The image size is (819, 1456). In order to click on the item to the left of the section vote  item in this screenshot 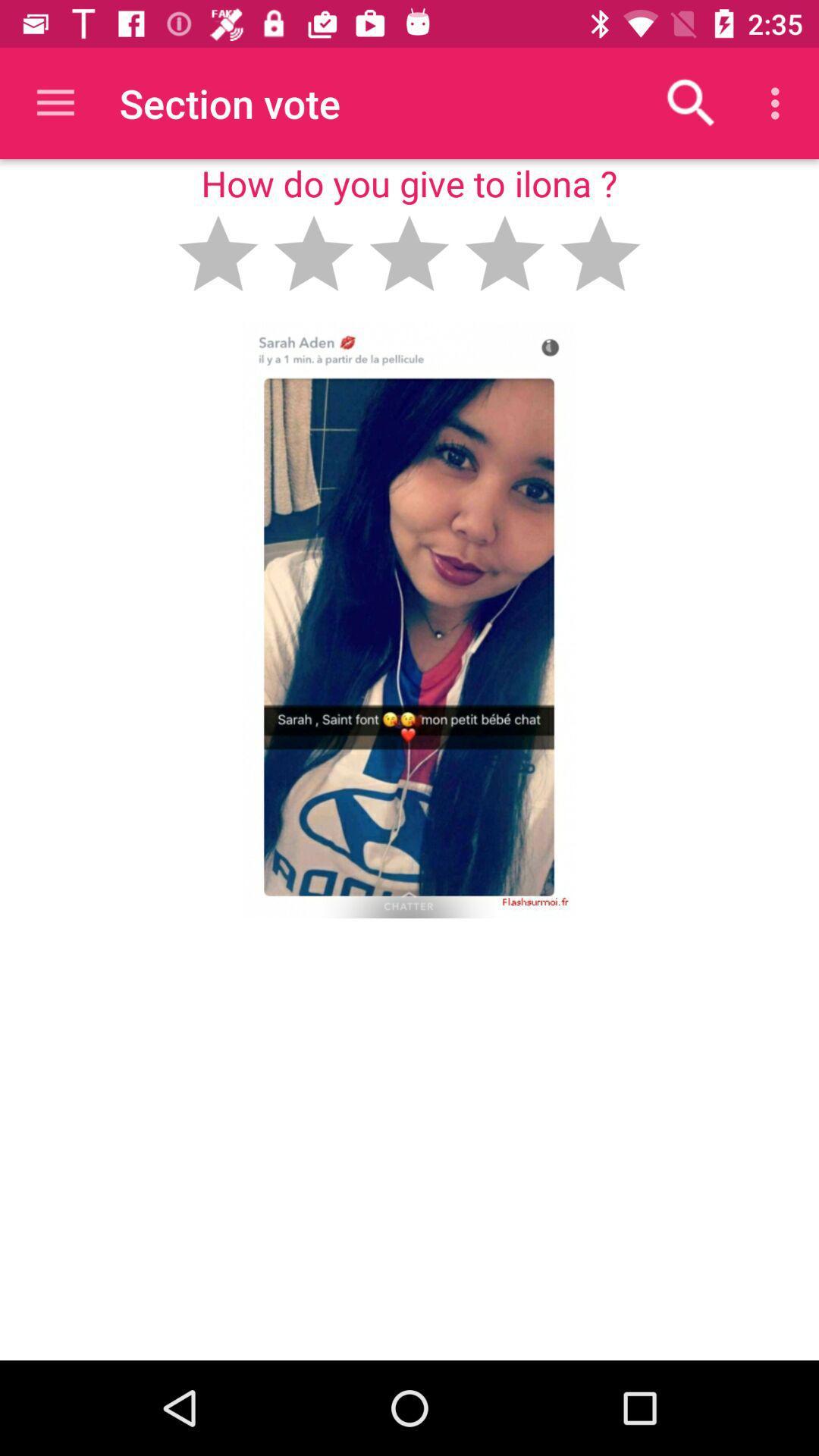, I will do `click(55, 102)`.